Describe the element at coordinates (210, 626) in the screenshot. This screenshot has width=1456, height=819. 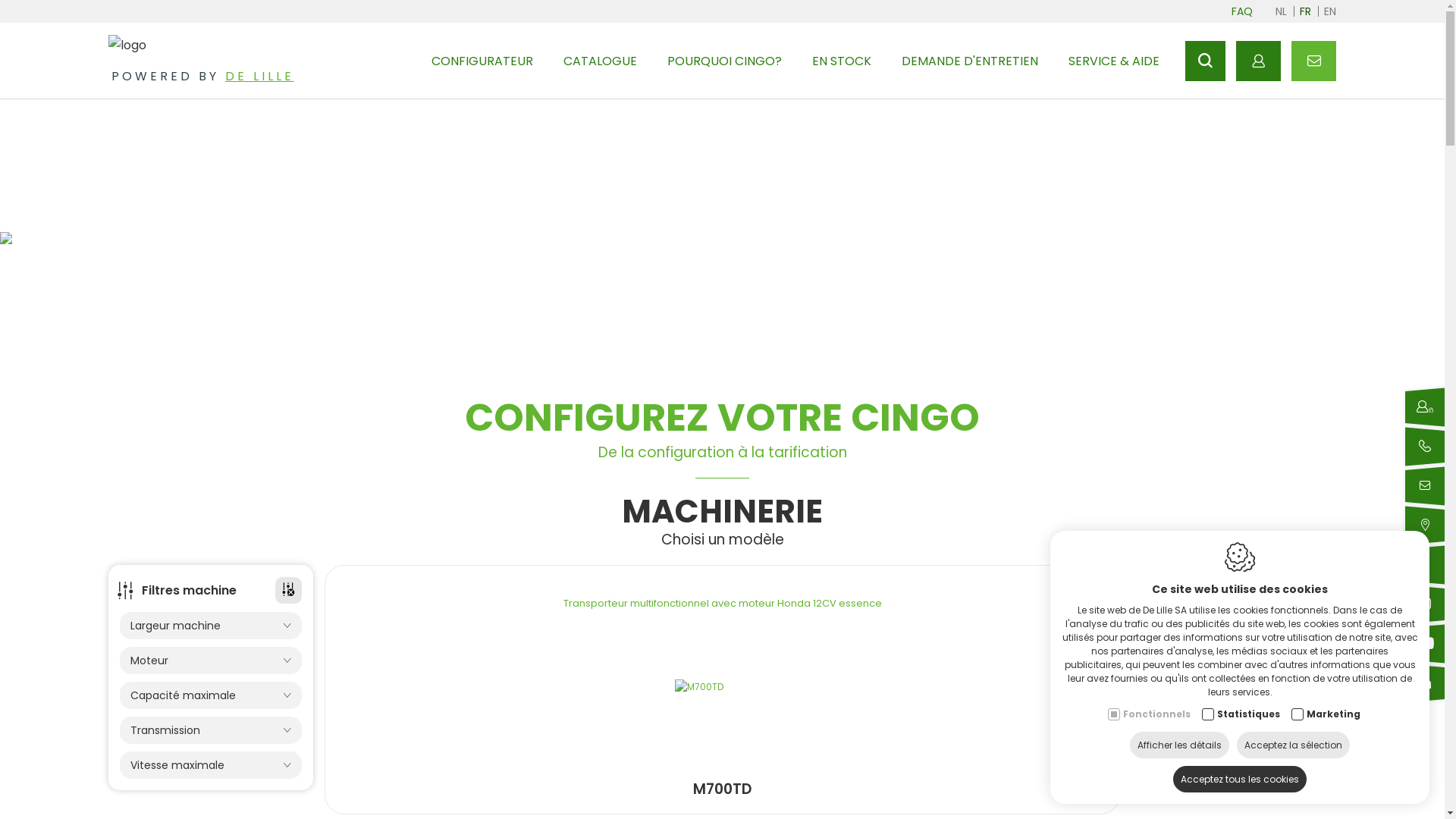
I see `'Largeur machine'` at that location.